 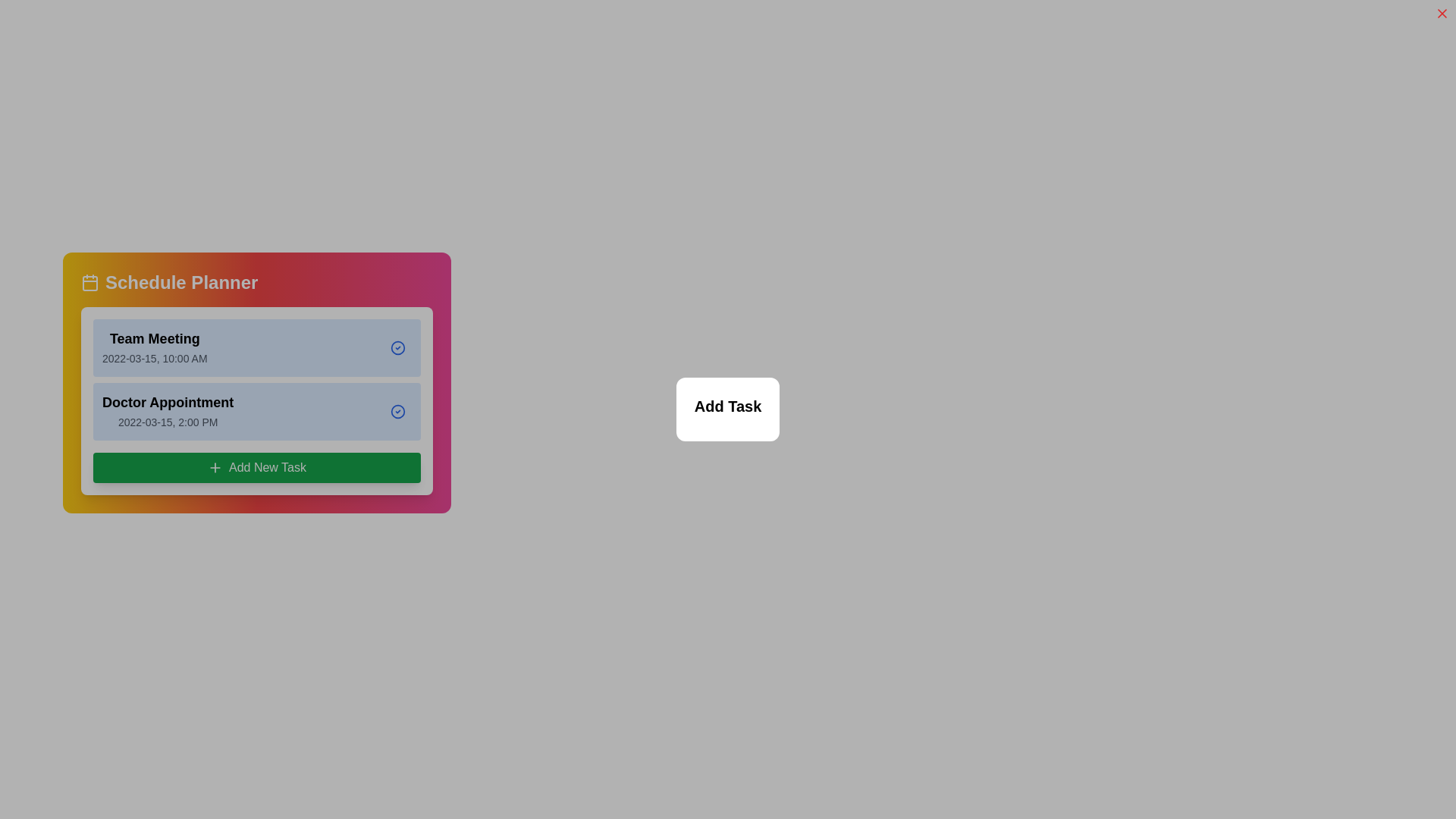 I want to click on the rectangular component with rounded corners located inside the calendar icon, adjacent to the text 'Schedule Planner', so click(x=89, y=284).